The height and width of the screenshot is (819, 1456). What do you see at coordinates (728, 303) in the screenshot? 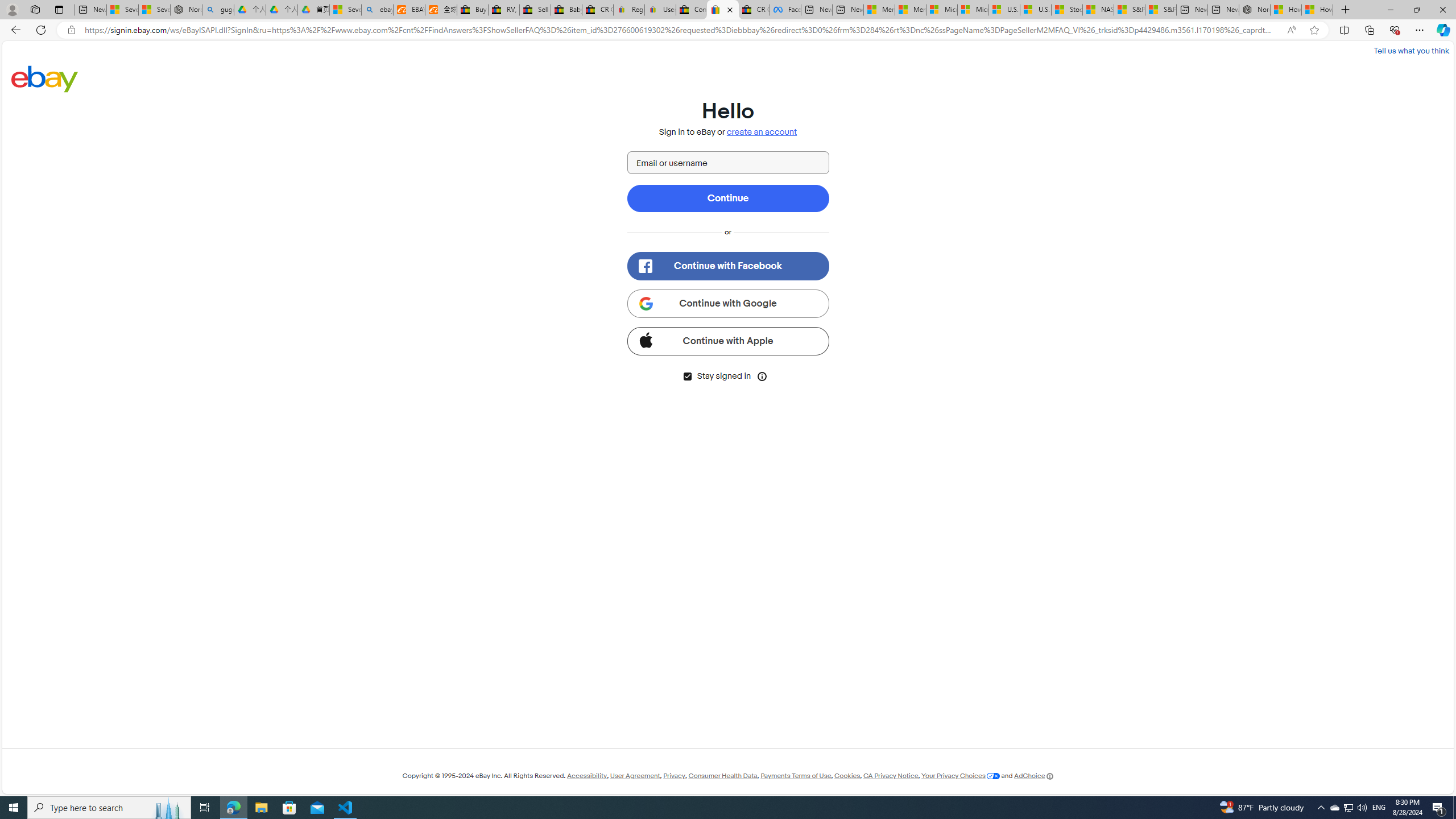
I see `'Continue with Google'` at bounding box center [728, 303].